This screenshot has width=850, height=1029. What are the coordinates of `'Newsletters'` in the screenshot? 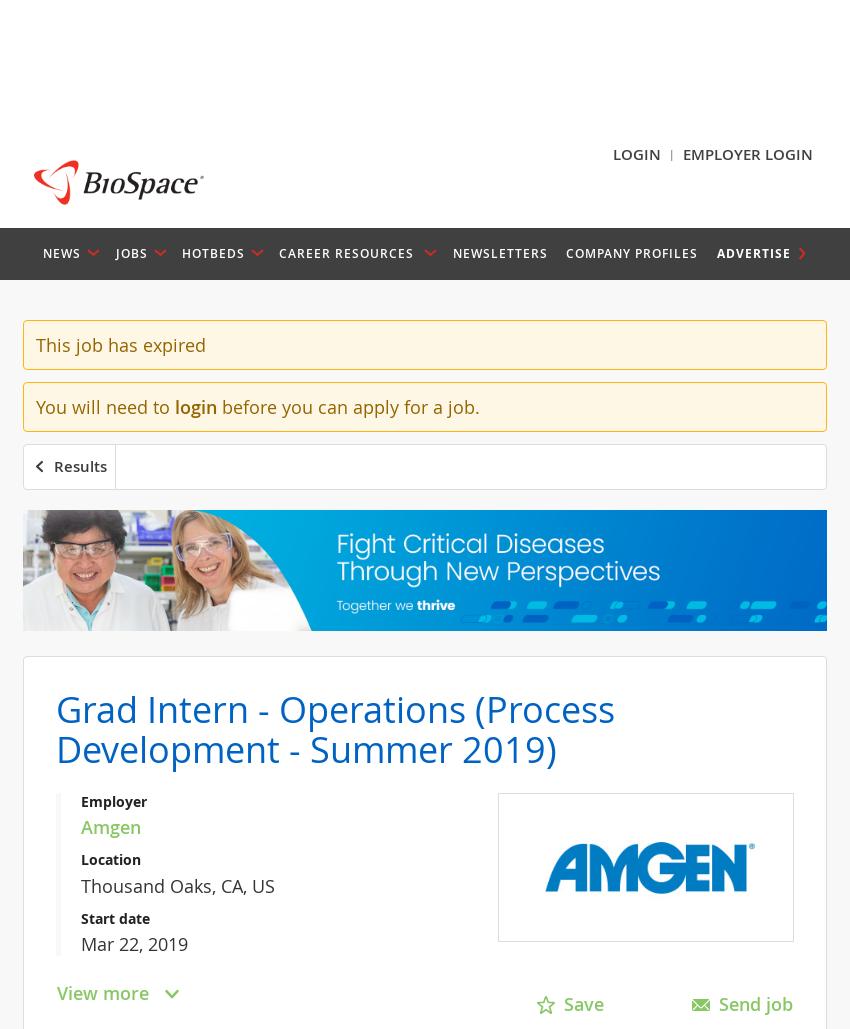 It's located at (451, 251).